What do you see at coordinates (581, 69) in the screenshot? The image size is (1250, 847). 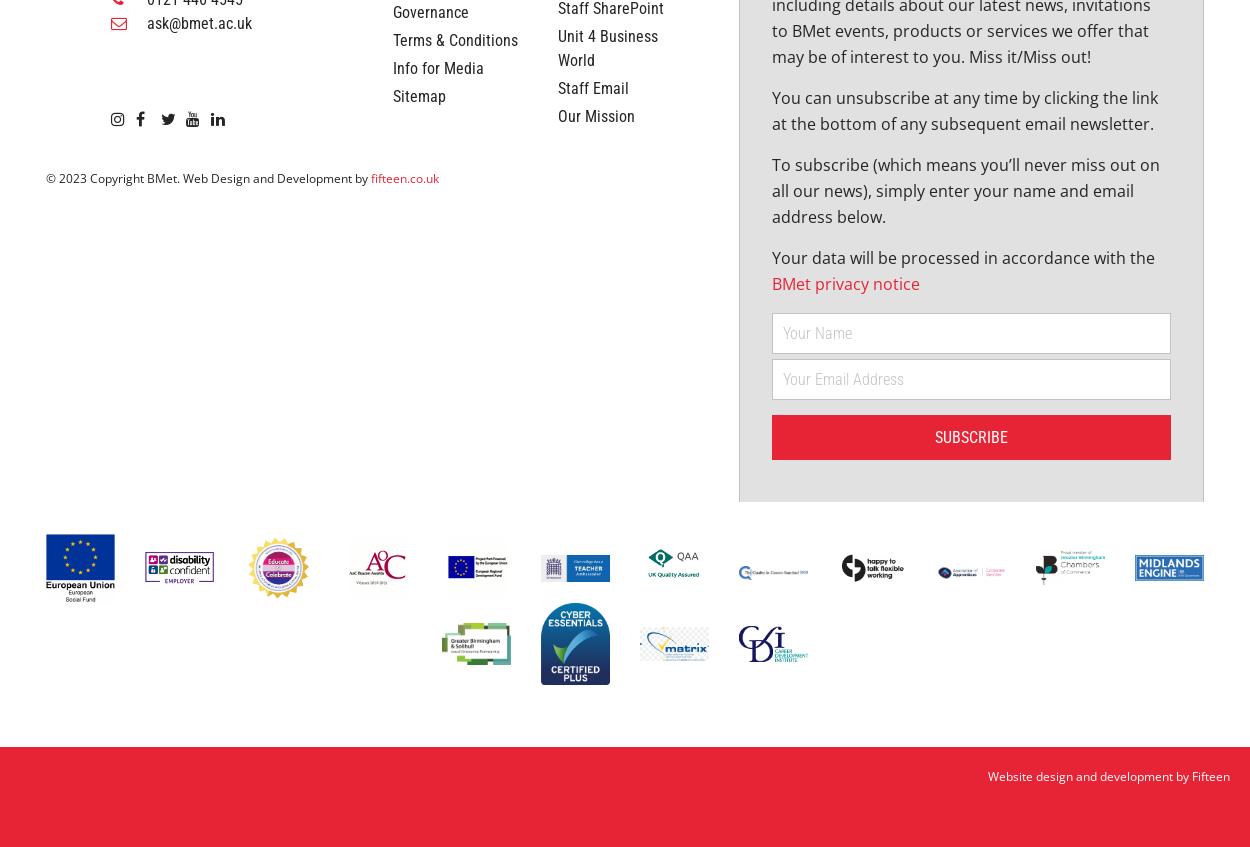 I see `'Moodle'` at bounding box center [581, 69].